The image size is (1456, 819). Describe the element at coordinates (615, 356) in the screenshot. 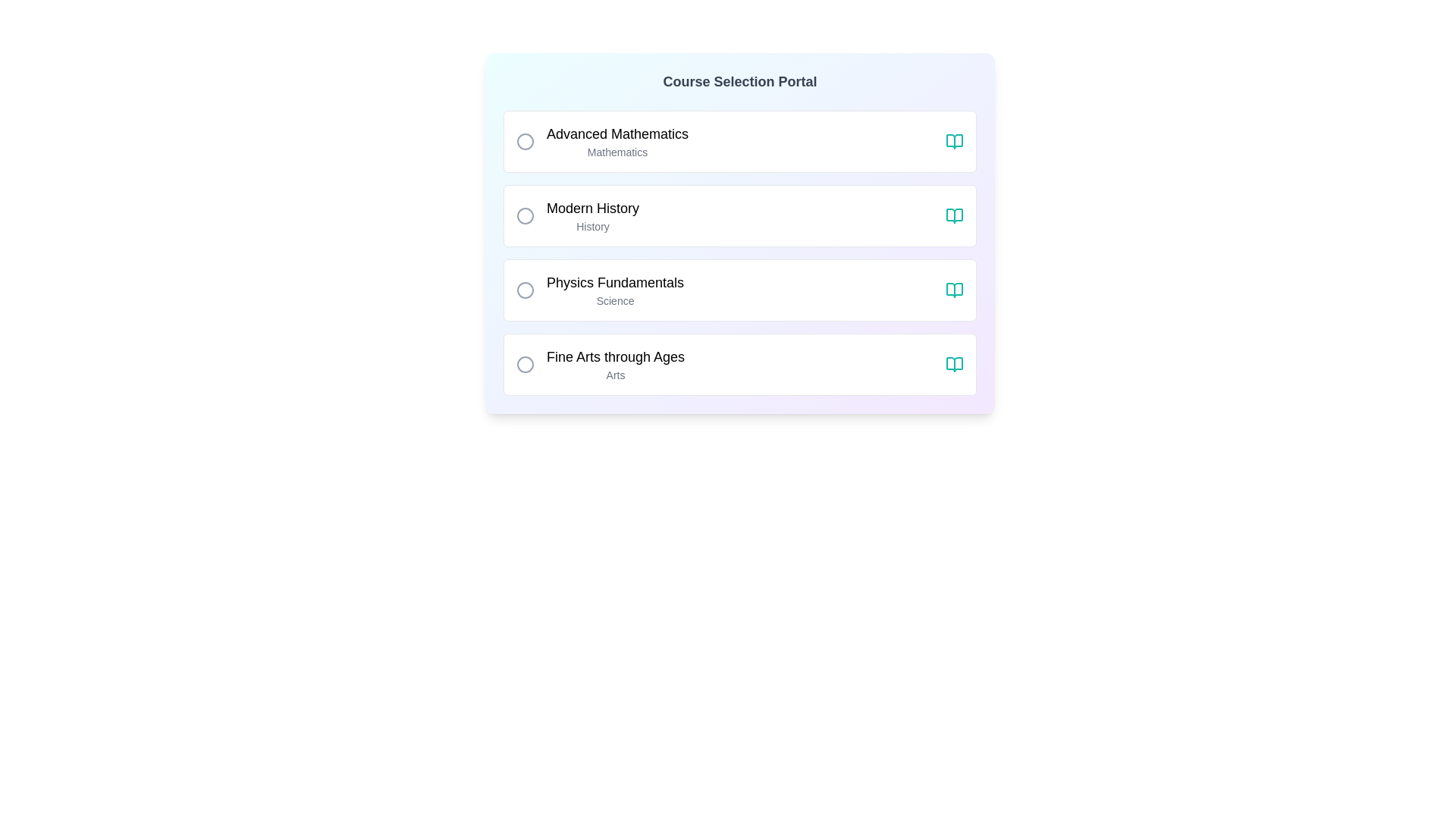

I see `the Text Label displaying the title of the associated course, which is positioned in the bottommost row of a list of course options under 'Fine Arts through Ages'` at that location.